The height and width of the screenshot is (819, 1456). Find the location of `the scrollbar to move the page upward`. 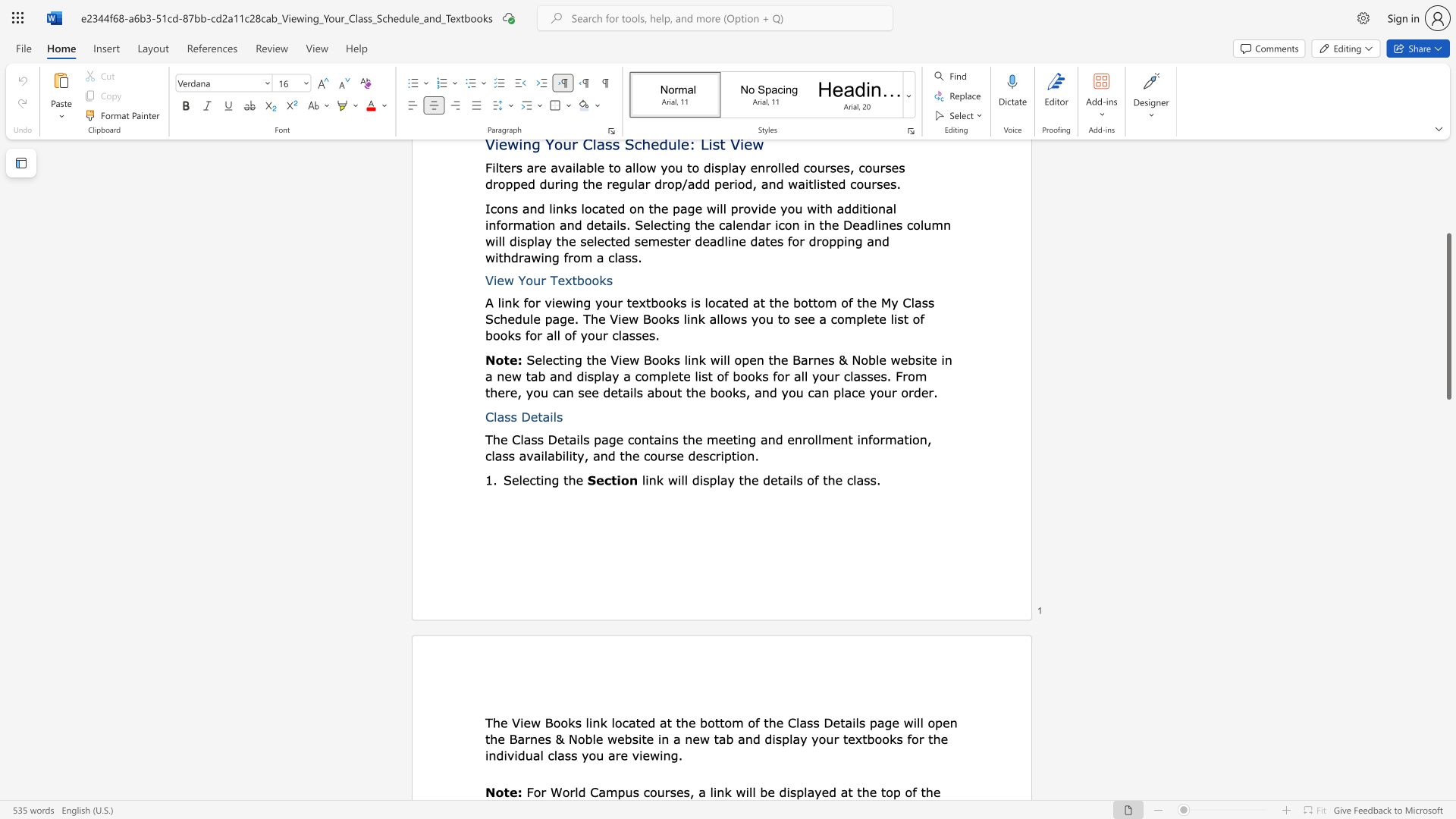

the scrollbar to move the page upward is located at coordinates (1448, 265).